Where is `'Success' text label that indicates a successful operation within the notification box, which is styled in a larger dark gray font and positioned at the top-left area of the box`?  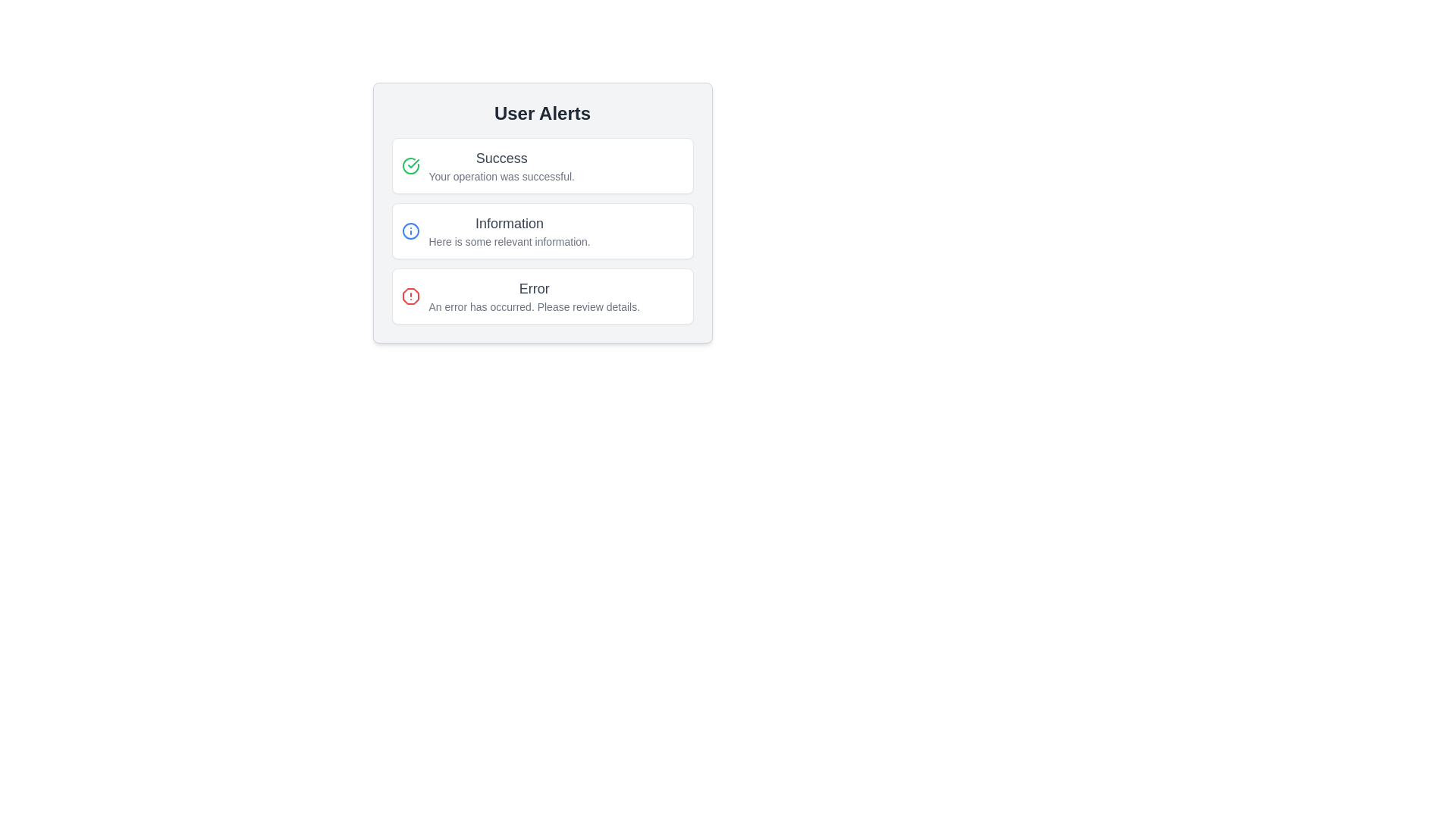
'Success' text label that indicates a successful operation within the notification box, which is styled in a larger dark gray font and positioned at the top-left area of the box is located at coordinates (501, 158).